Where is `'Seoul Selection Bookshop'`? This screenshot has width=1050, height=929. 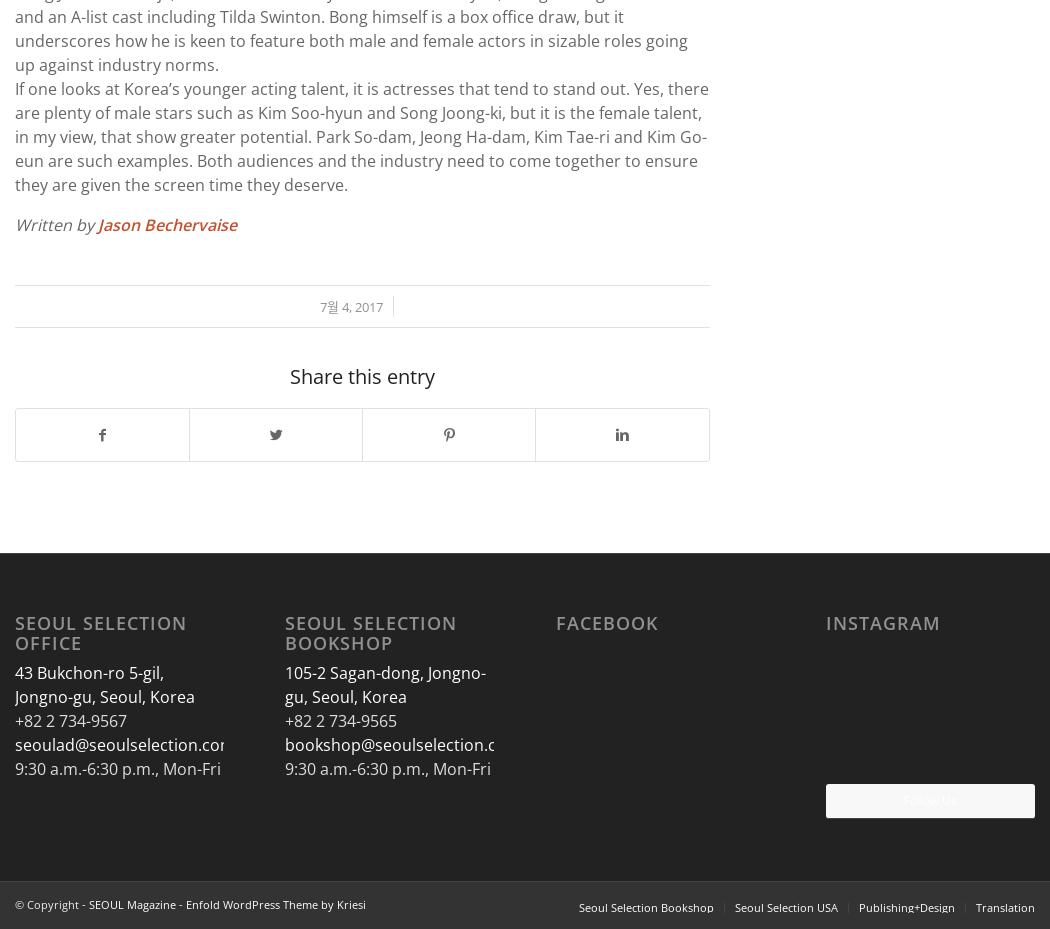 'Seoul Selection Bookshop' is located at coordinates (369, 631).